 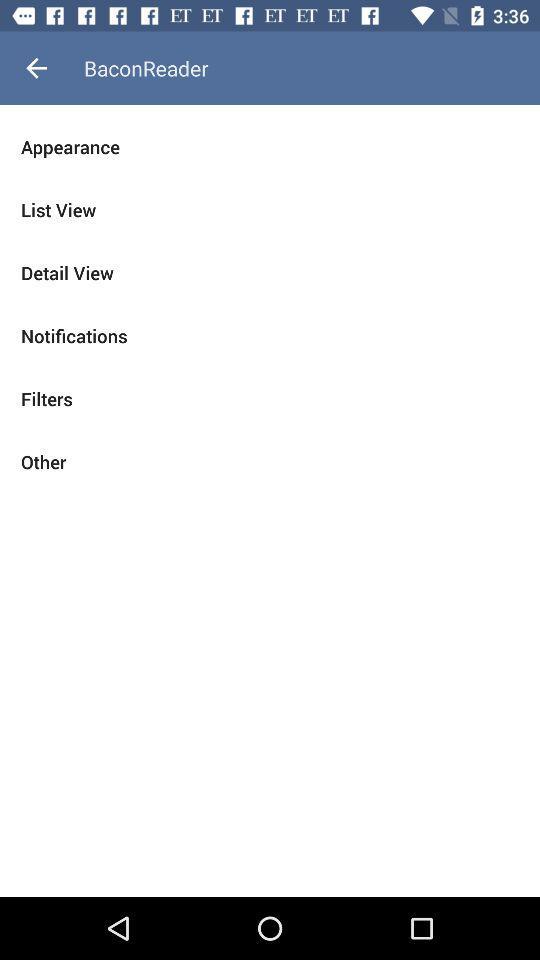 What do you see at coordinates (36, 68) in the screenshot?
I see `the icon next to baconreader` at bounding box center [36, 68].